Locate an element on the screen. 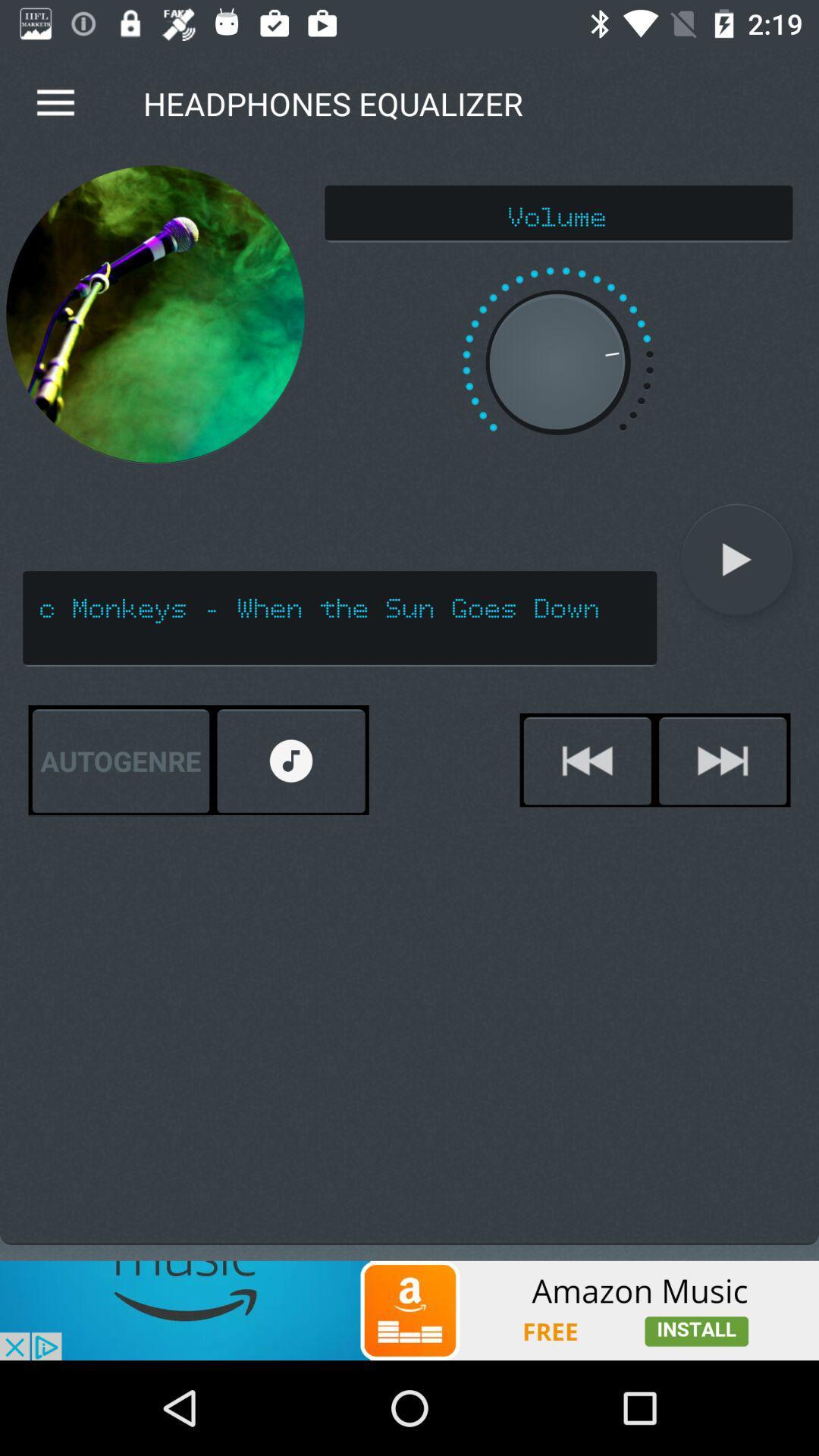  icon to the left of volume item is located at coordinates (155, 314).